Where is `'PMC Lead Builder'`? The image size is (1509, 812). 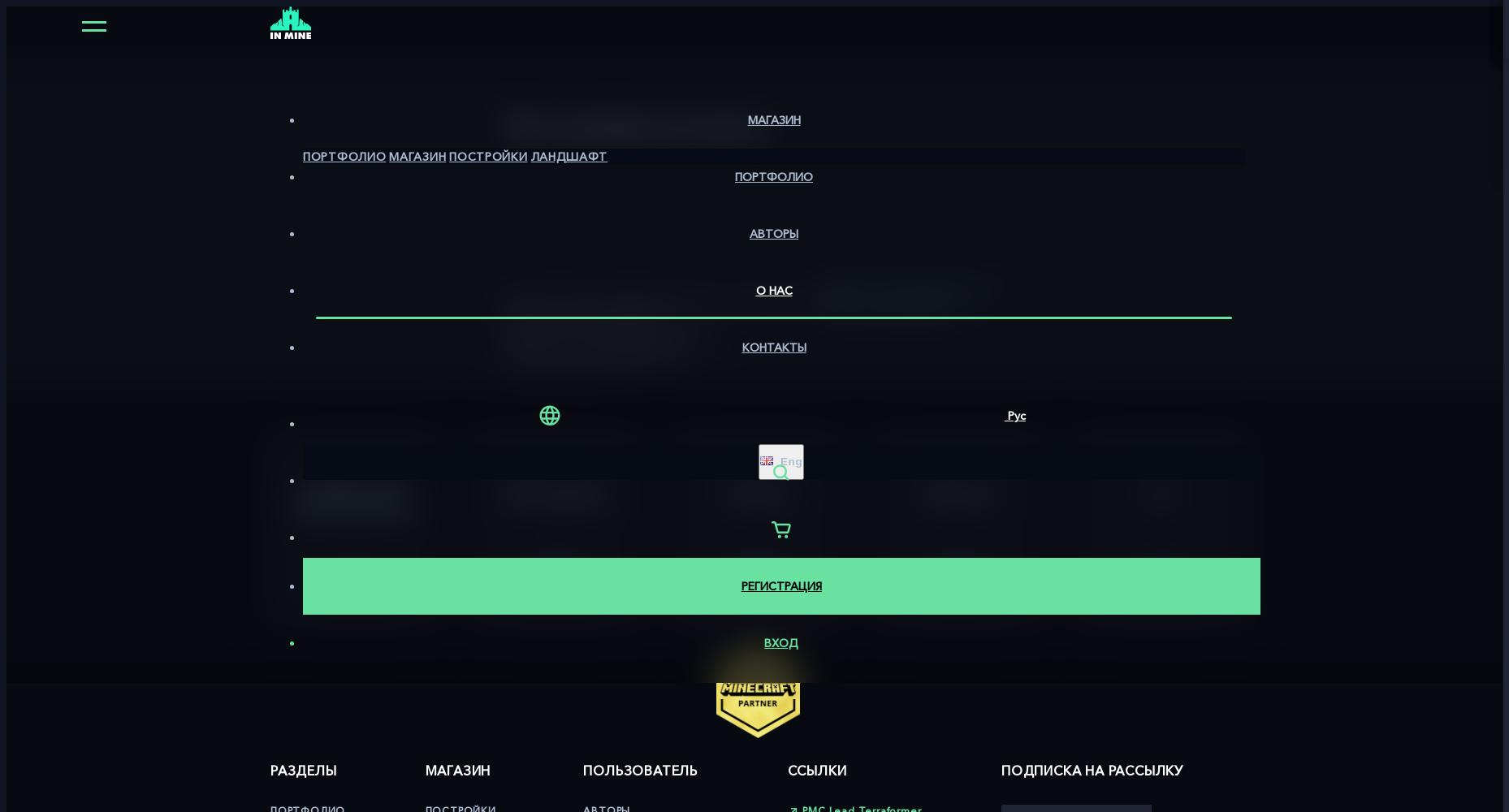 'PMC Lead Builder' is located at coordinates (891, 309).